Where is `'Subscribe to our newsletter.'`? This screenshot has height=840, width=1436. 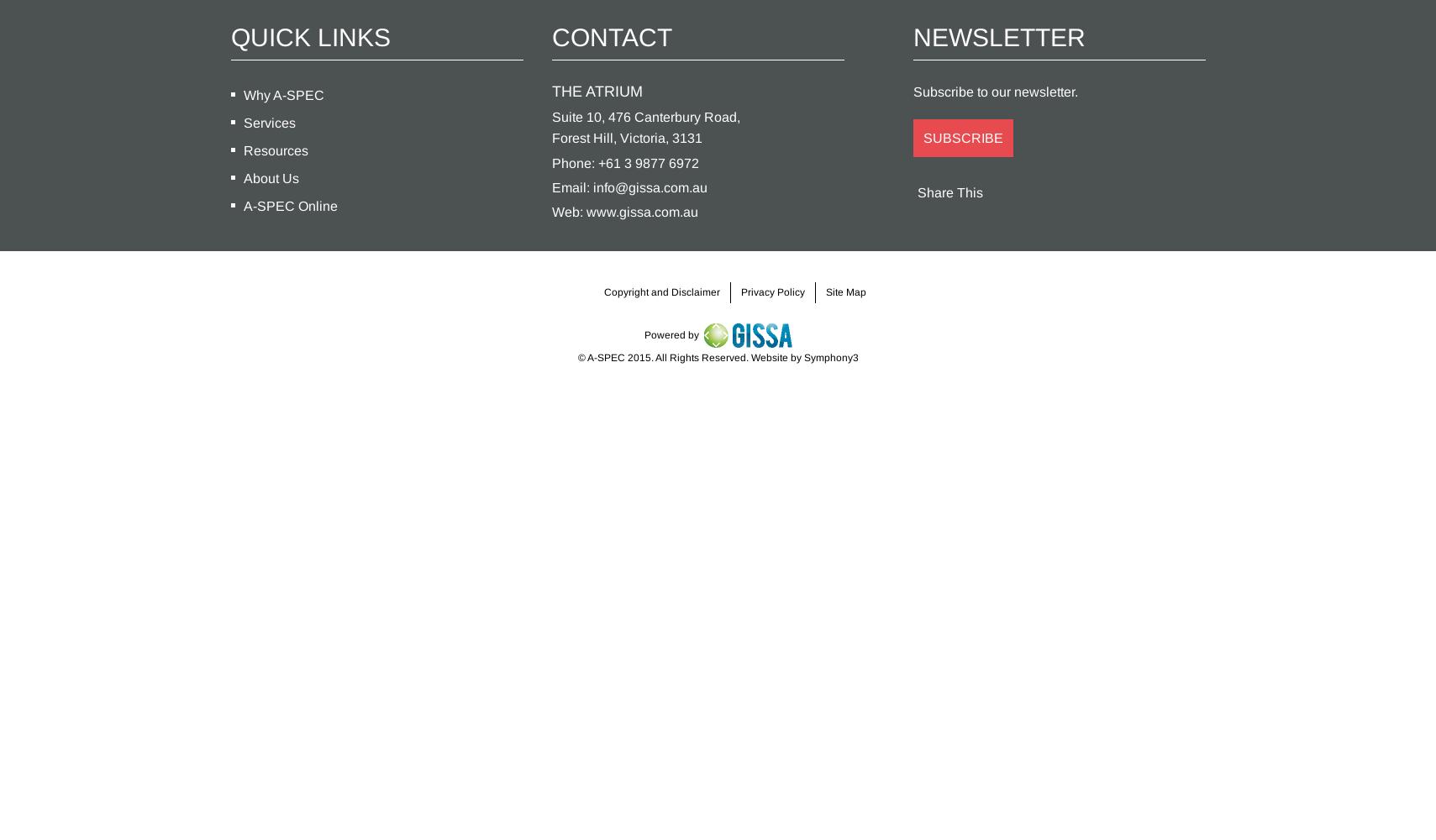
'Subscribe to our newsletter.' is located at coordinates (994, 90).